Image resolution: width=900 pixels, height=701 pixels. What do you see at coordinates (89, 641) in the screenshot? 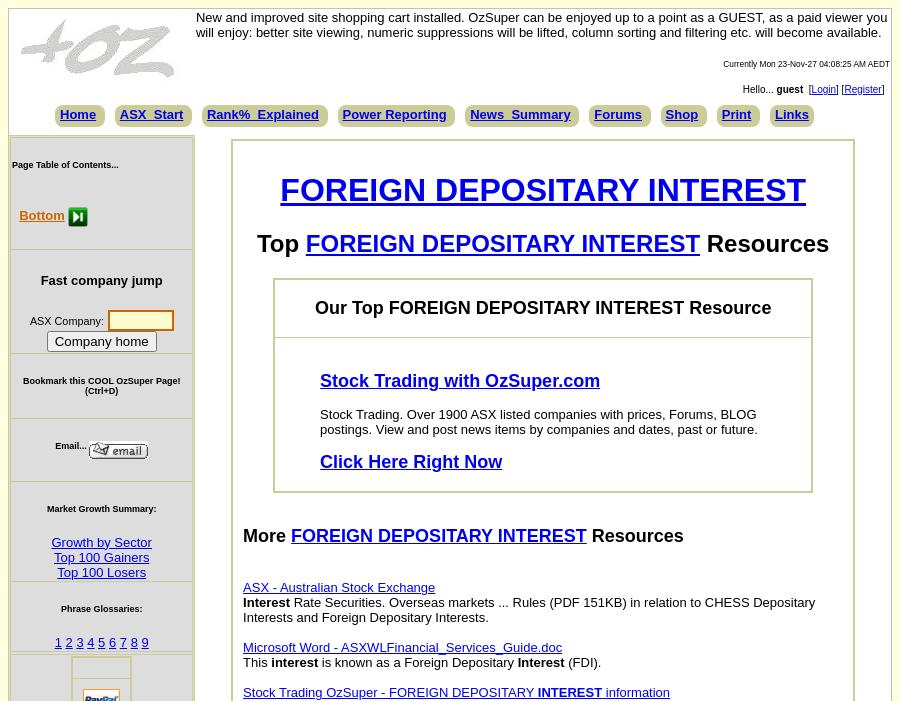
I see `'4'` at bounding box center [89, 641].